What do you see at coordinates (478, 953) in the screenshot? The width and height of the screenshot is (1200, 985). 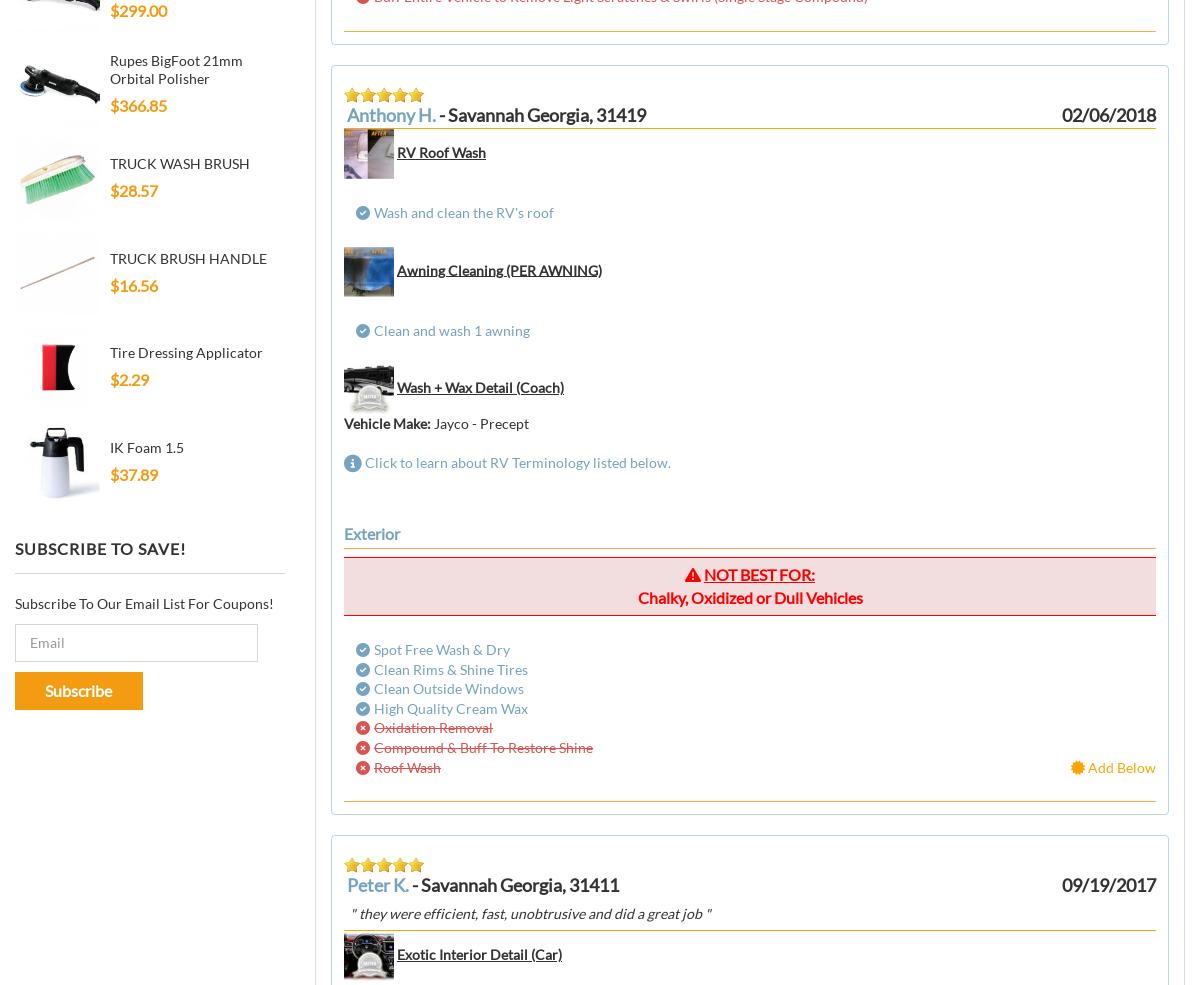 I see `'Exotic Interior Detail (Car)'` at bounding box center [478, 953].